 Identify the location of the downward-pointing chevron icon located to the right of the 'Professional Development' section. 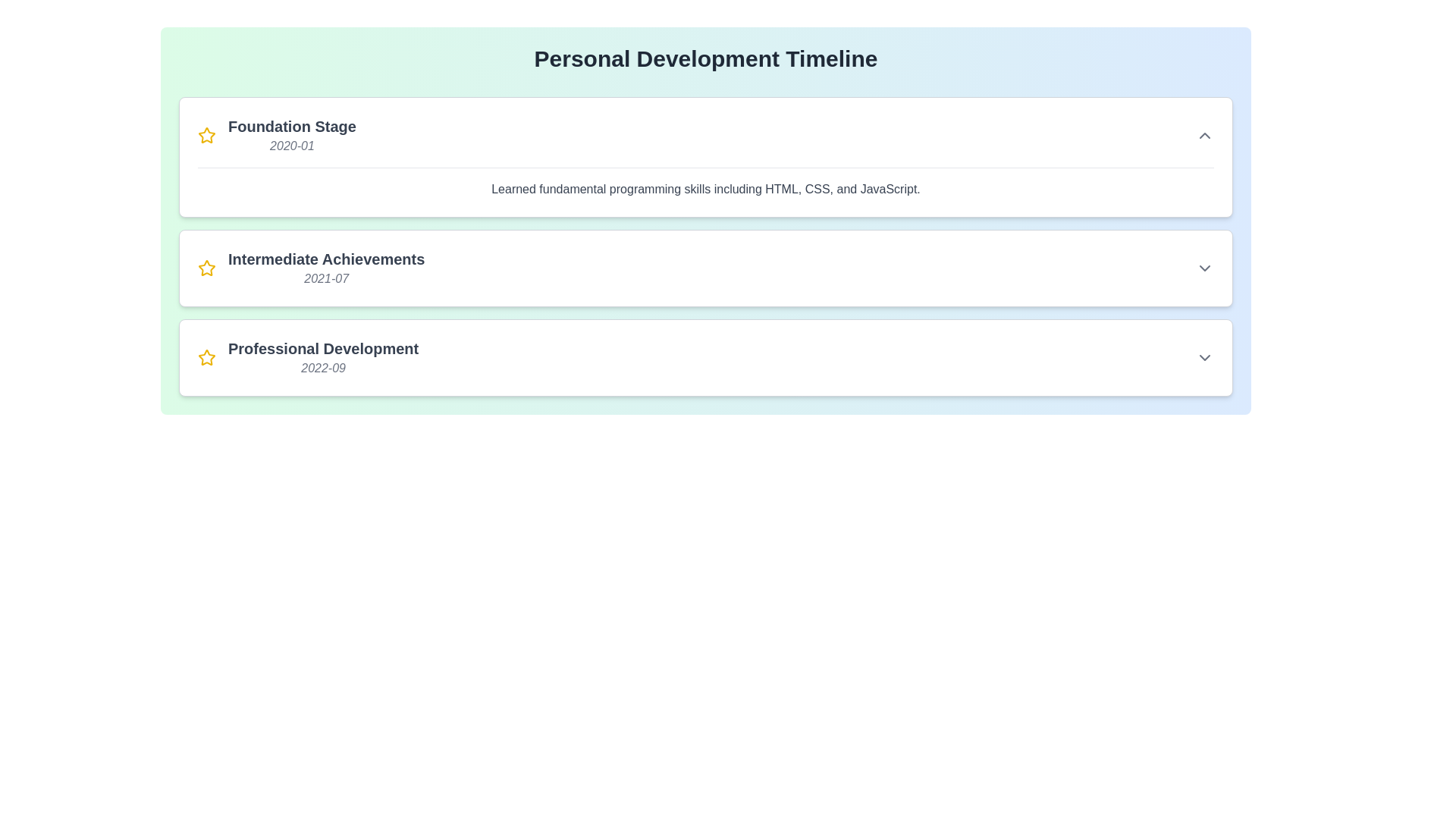
(1203, 357).